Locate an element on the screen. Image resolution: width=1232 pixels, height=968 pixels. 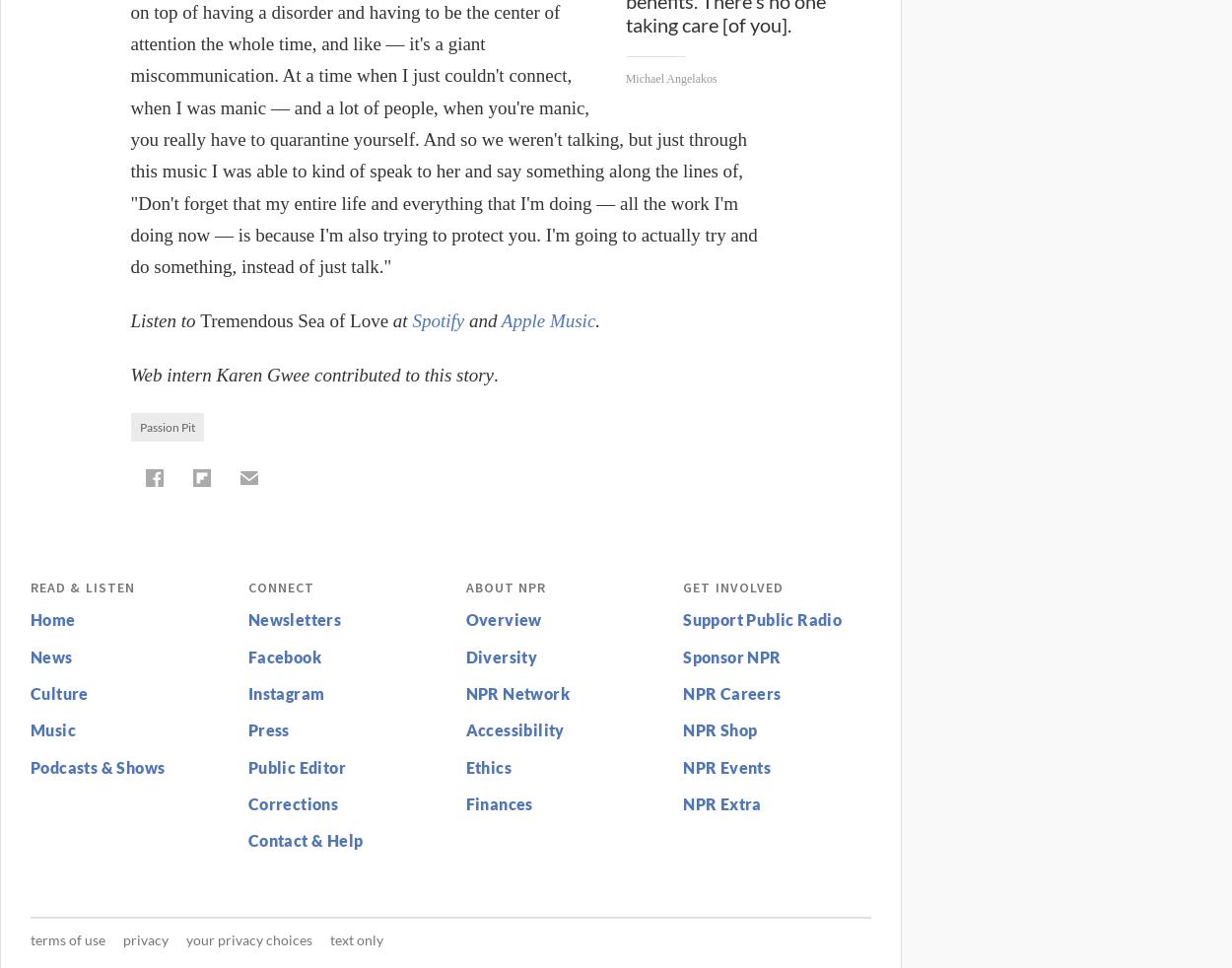
'NPR Events' is located at coordinates (682, 766).